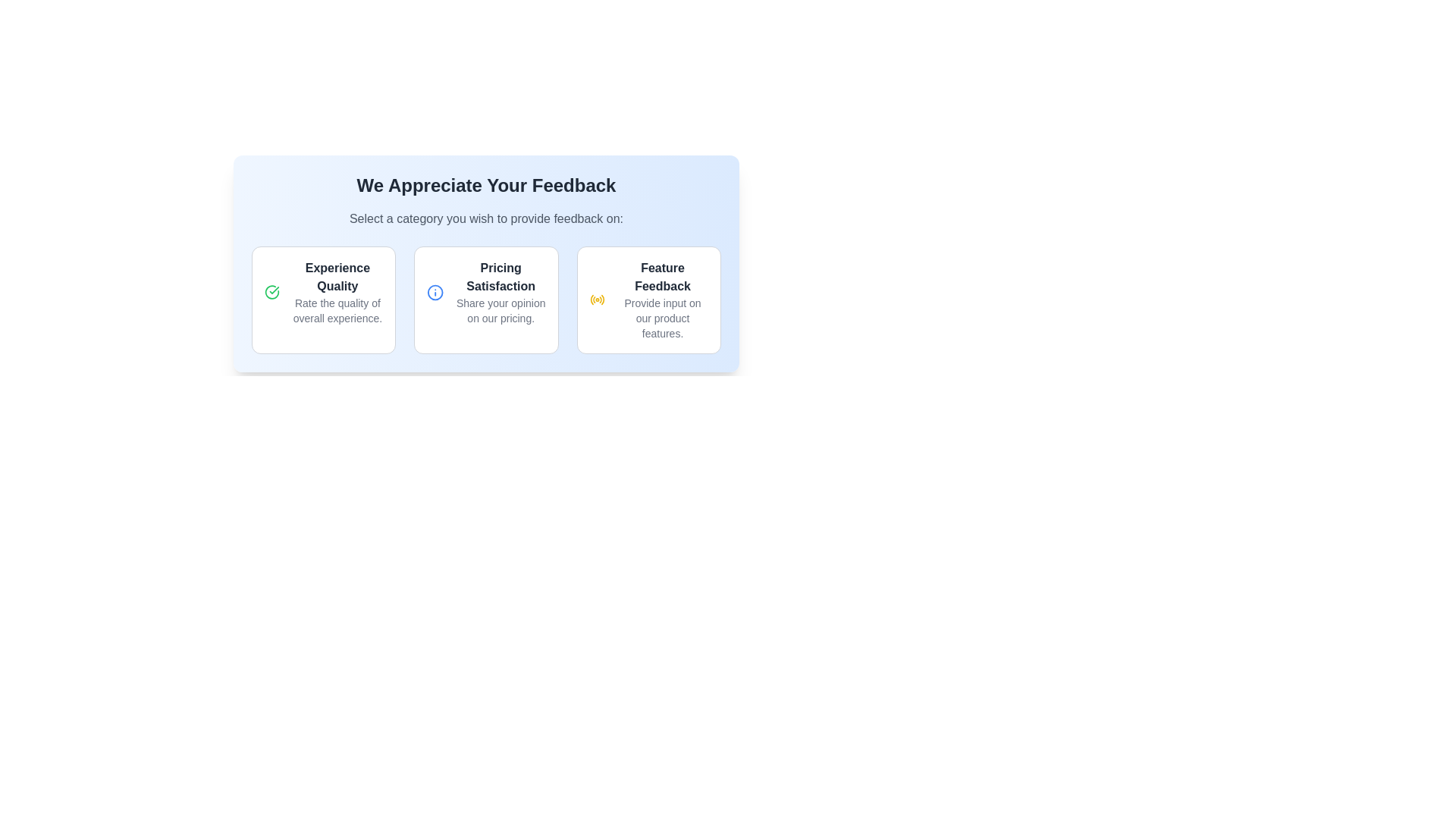 This screenshot has width=1456, height=819. Describe the element at coordinates (662, 300) in the screenshot. I see `the static text element that serves as the third feedback category option, which provides a category for user feedback focused on product features, located to the right of the 'Pricing Satisfaction' option` at that location.